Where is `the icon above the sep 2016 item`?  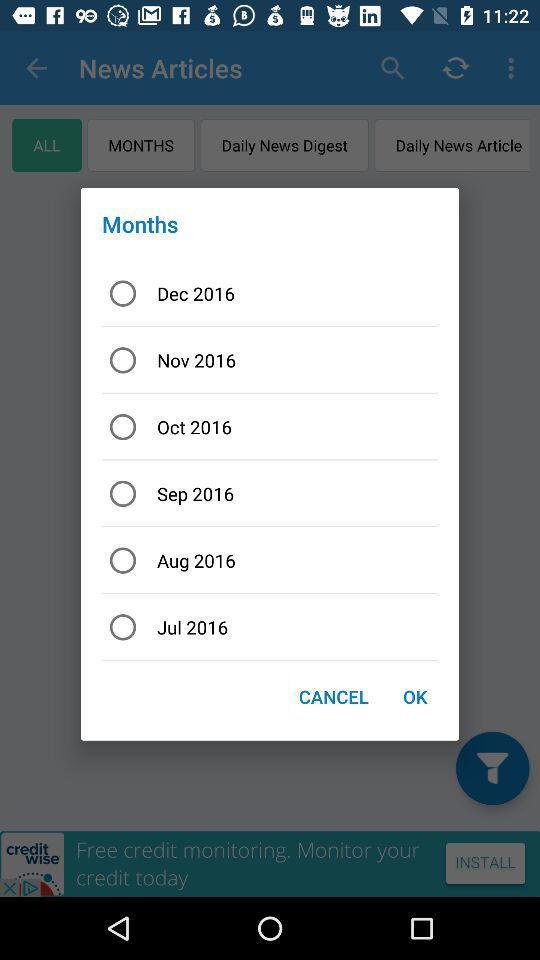 the icon above the sep 2016 item is located at coordinates (270, 427).